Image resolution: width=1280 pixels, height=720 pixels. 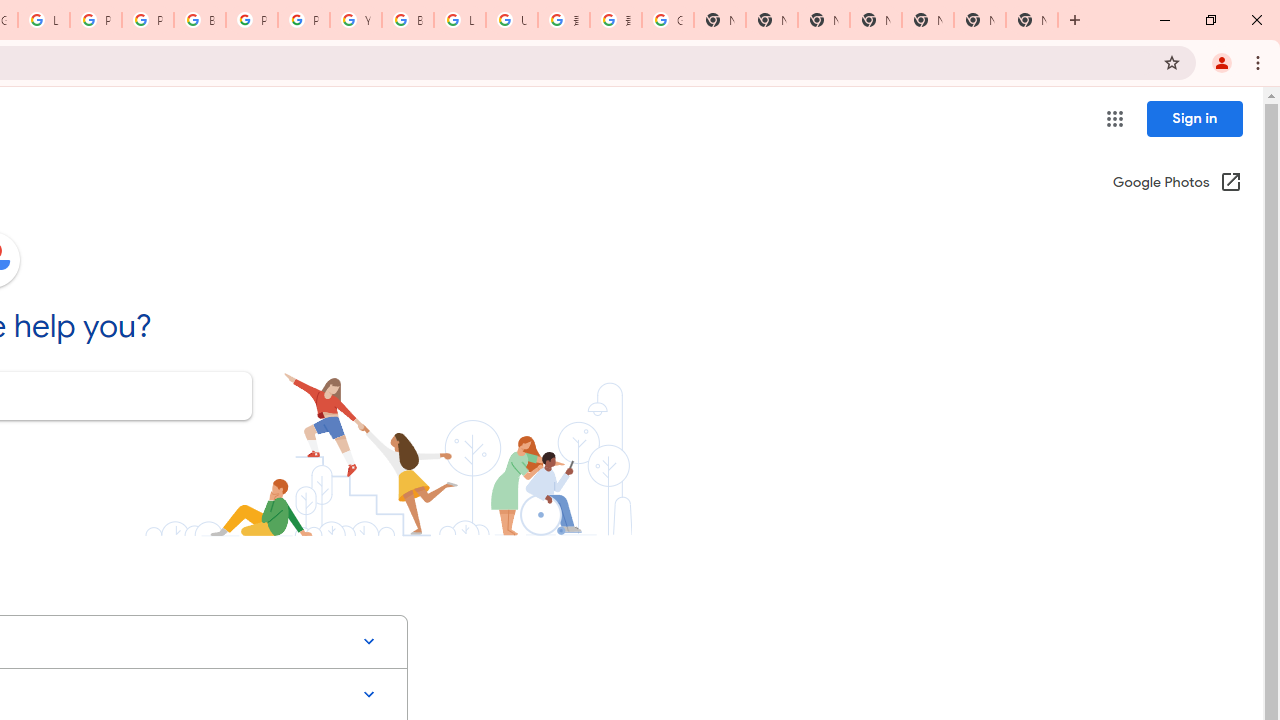 What do you see at coordinates (355, 20) in the screenshot?
I see `'YouTube'` at bounding box center [355, 20].